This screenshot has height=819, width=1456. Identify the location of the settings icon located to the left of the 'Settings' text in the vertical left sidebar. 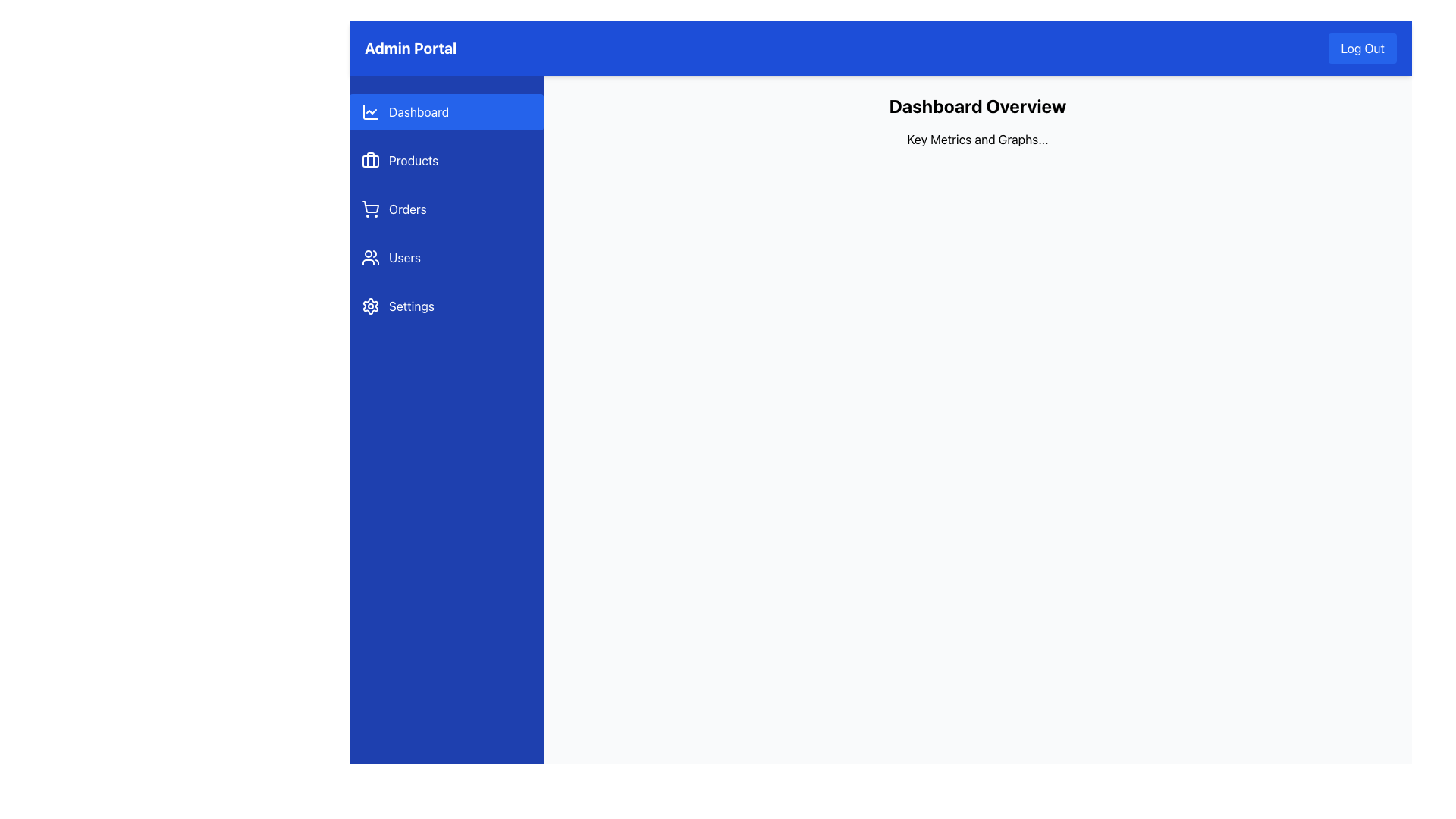
(371, 306).